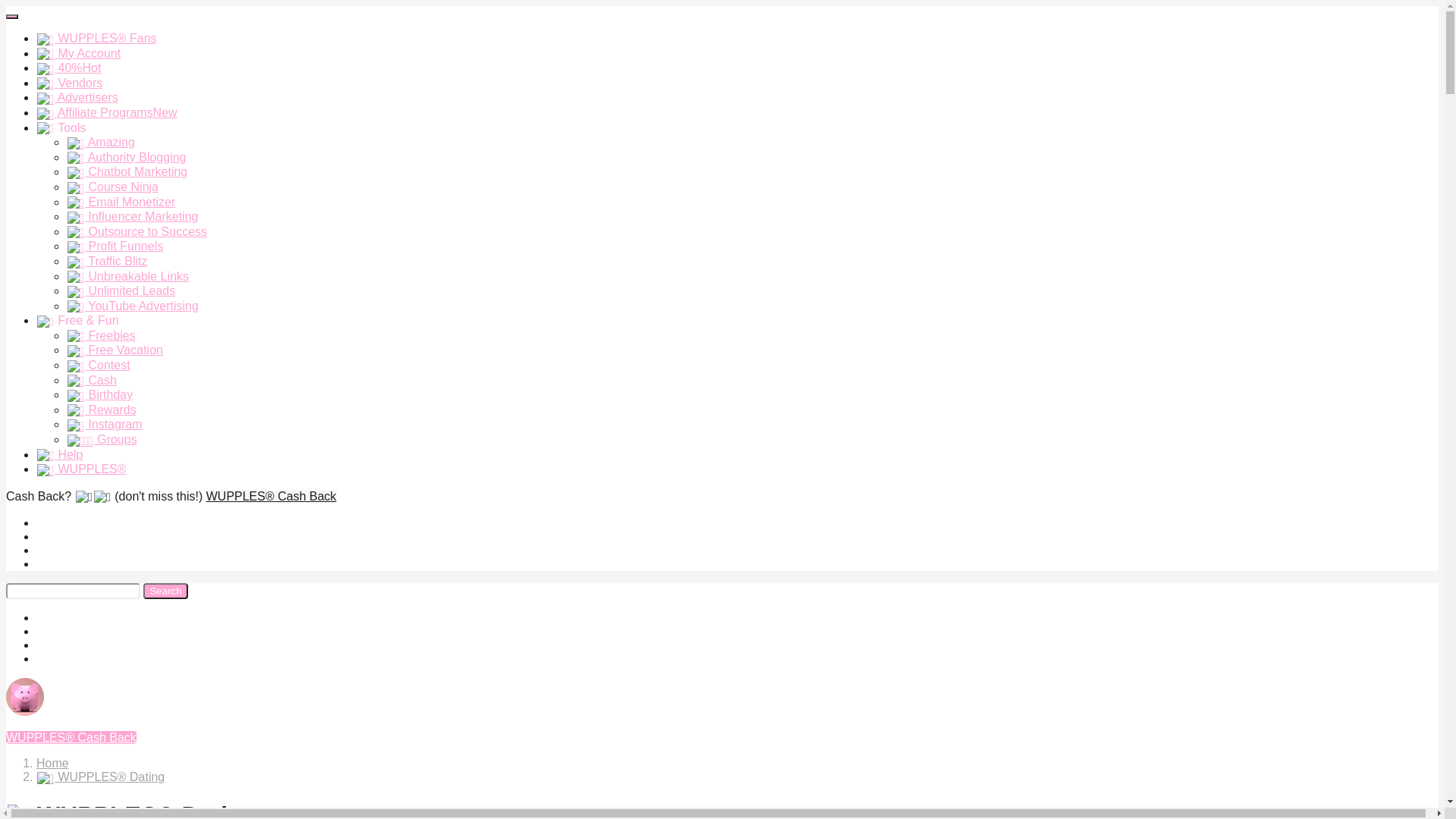 This screenshot has height=819, width=1456. Describe the element at coordinates (105, 111) in the screenshot. I see `'Affiliate ProgramsNew'` at that location.